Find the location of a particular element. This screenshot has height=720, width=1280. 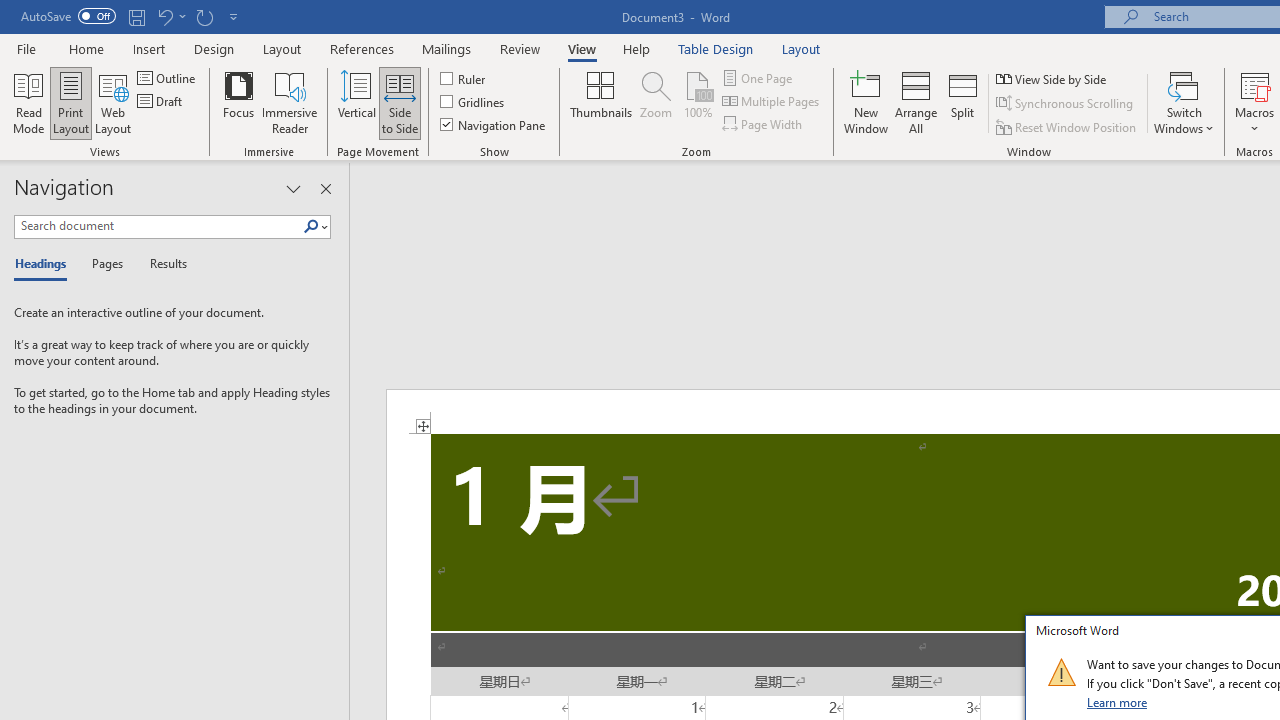

'Focus' is located at coordinates (238, 103).